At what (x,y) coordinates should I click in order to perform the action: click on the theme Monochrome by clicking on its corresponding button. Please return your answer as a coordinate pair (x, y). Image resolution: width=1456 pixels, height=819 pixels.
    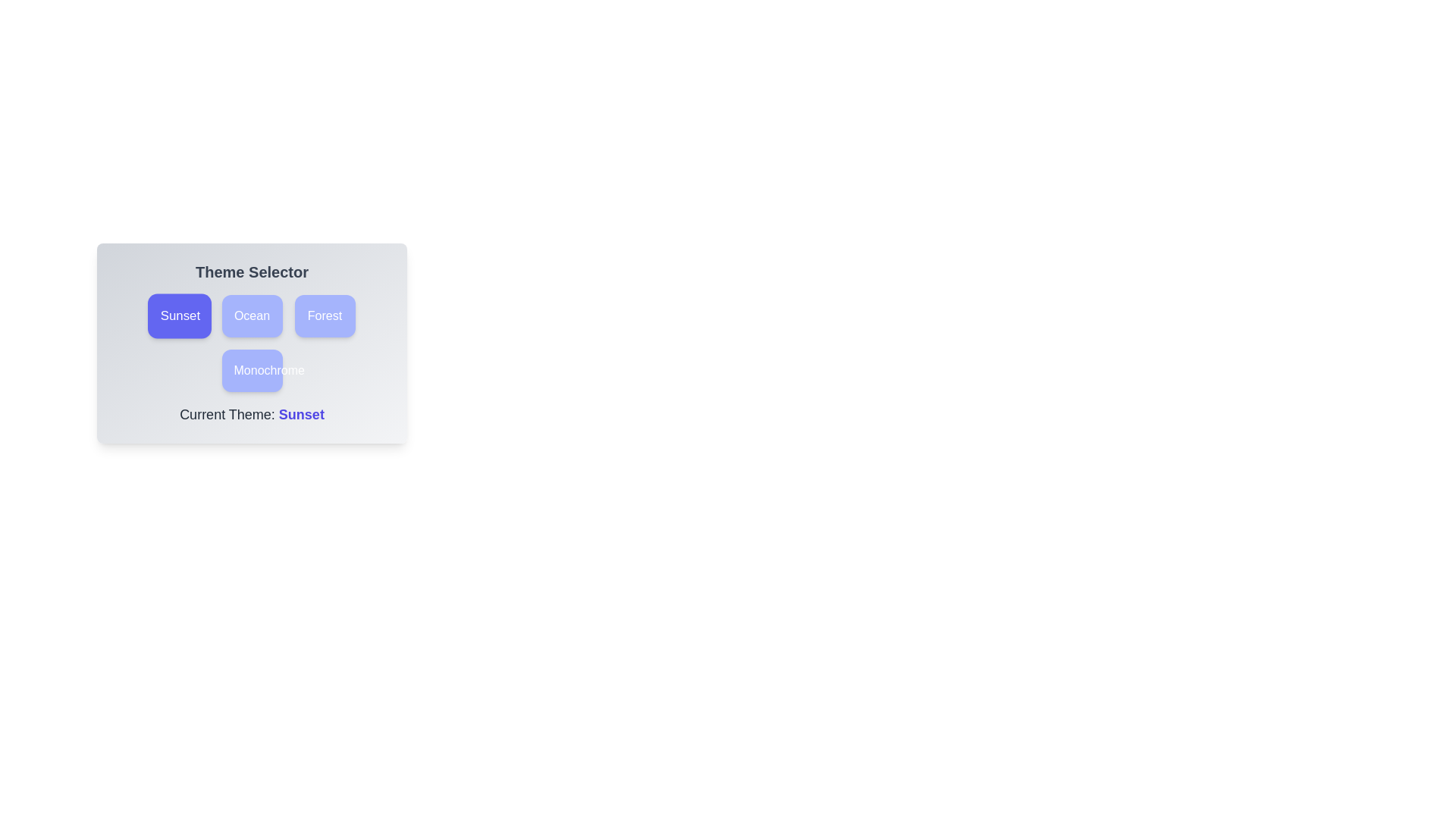
    Looking at the image, I should click on (252, 371).